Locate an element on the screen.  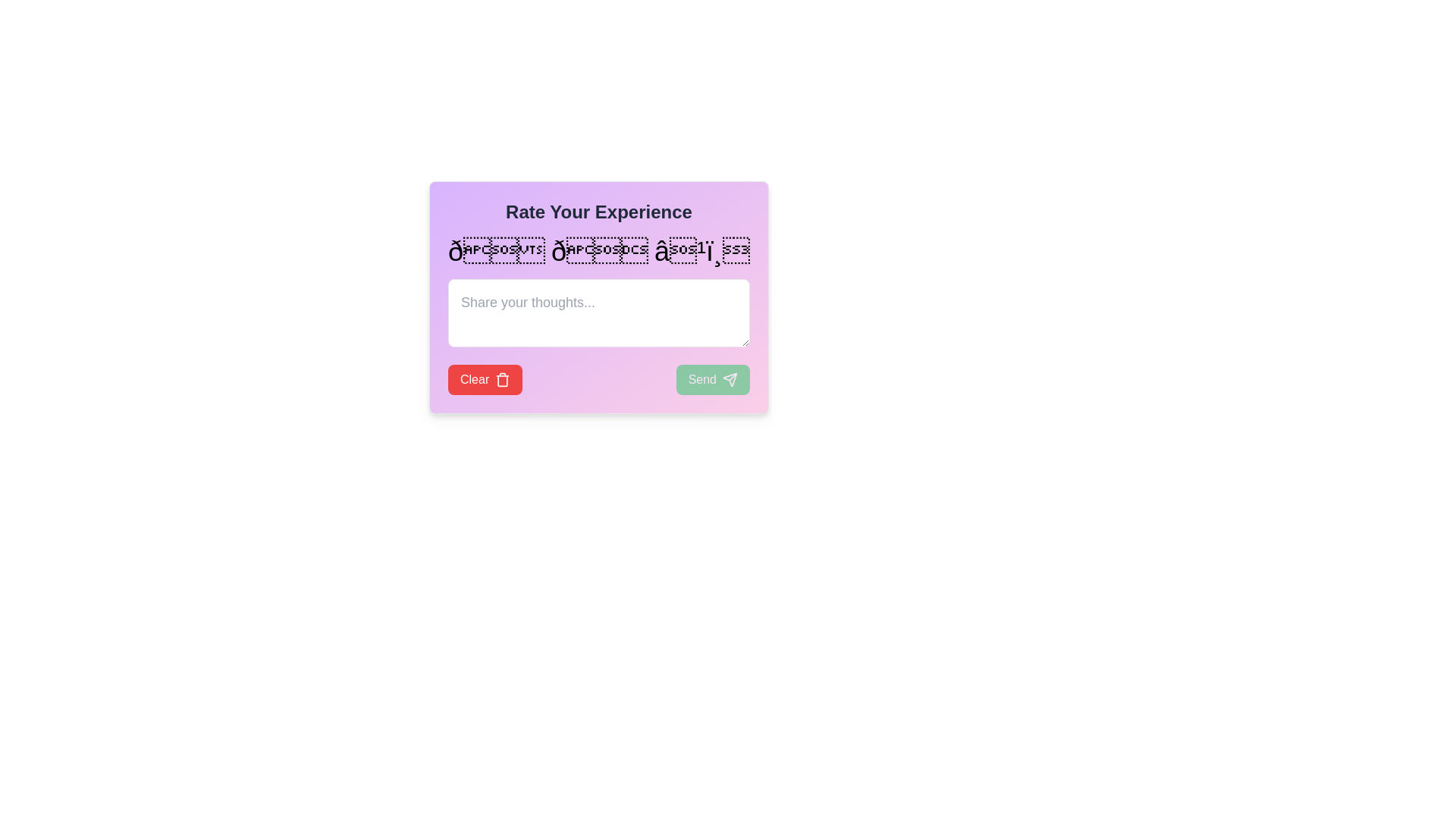
the group of interactive emoji-like icons representing expressions ranging from happy to neutral is located at coordinates (598, 250).